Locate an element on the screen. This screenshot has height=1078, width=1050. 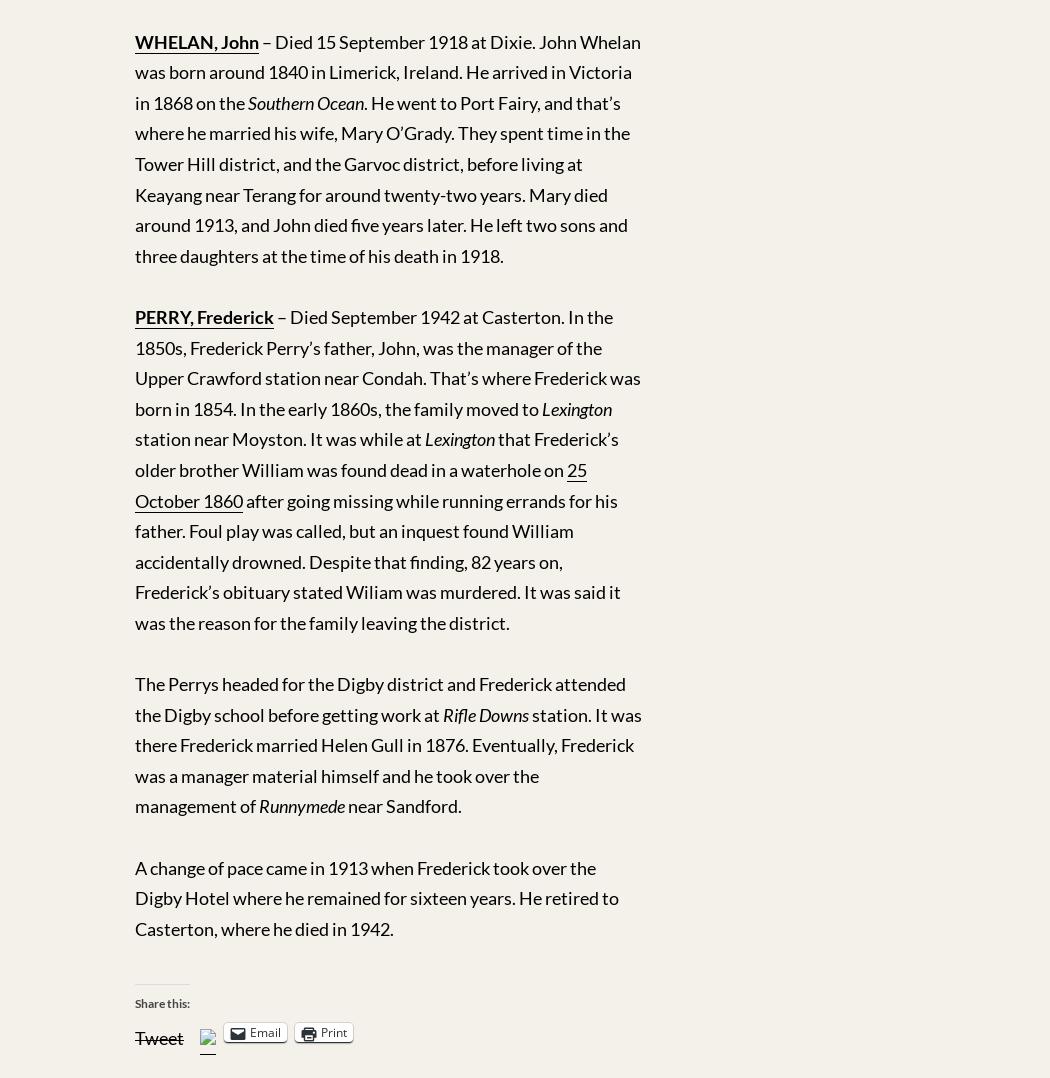
'WHELAN, John' is located at coordinates (195, 40).